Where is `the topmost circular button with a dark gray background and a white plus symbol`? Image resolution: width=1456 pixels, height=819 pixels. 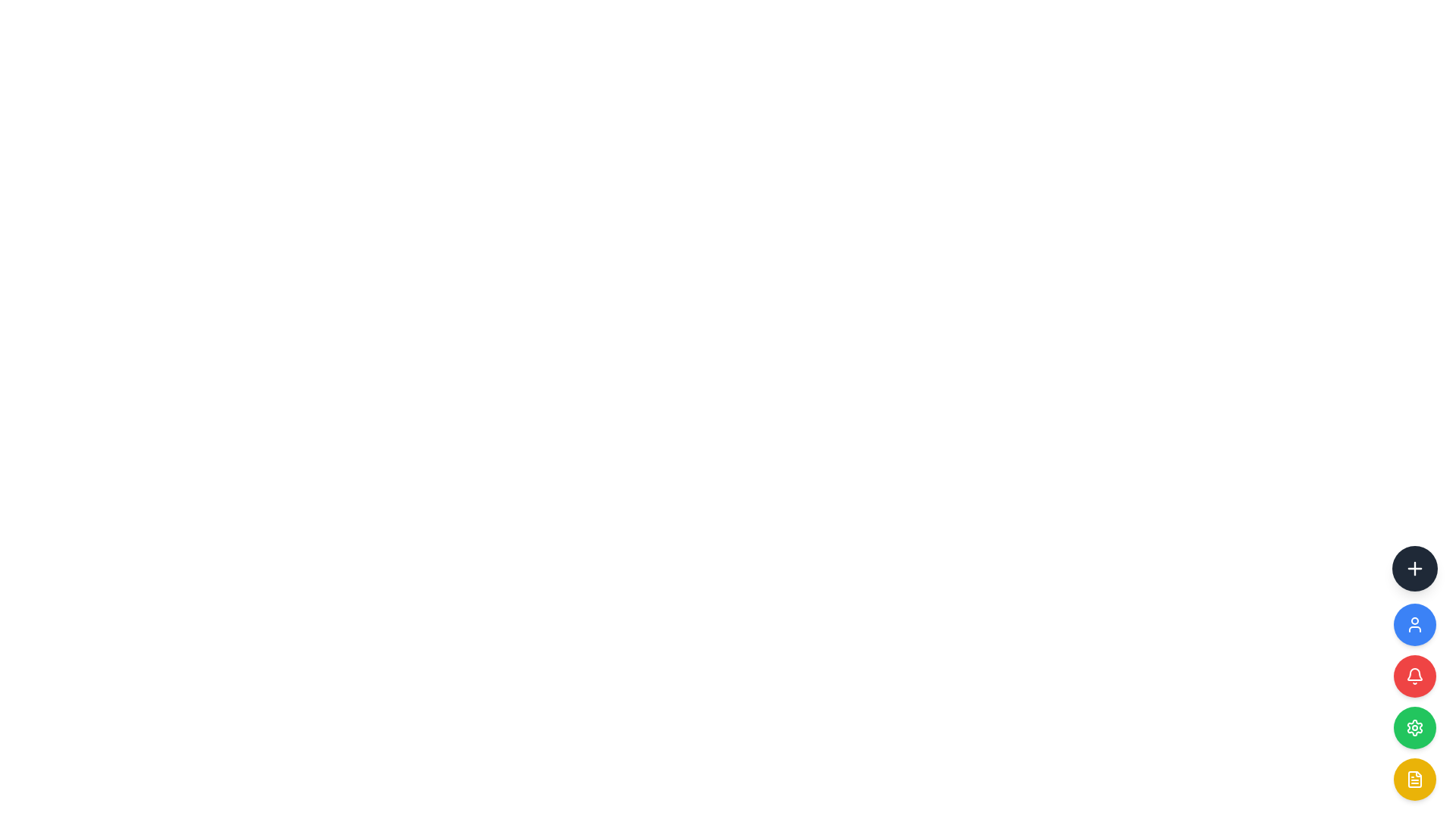 the topmost circular button with a dark gray background and a white plus symbol is located at coordinates (1414, 568).